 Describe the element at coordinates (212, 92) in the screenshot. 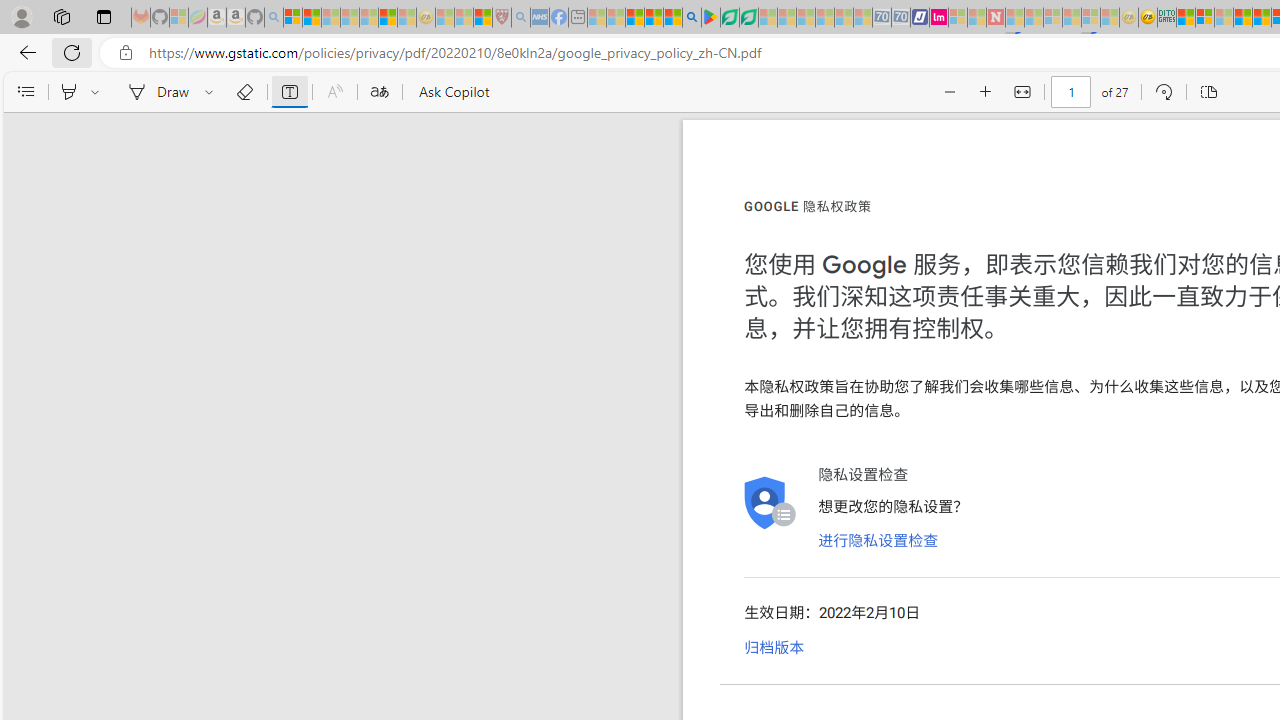

I see `'Select ink properties'` at that location.